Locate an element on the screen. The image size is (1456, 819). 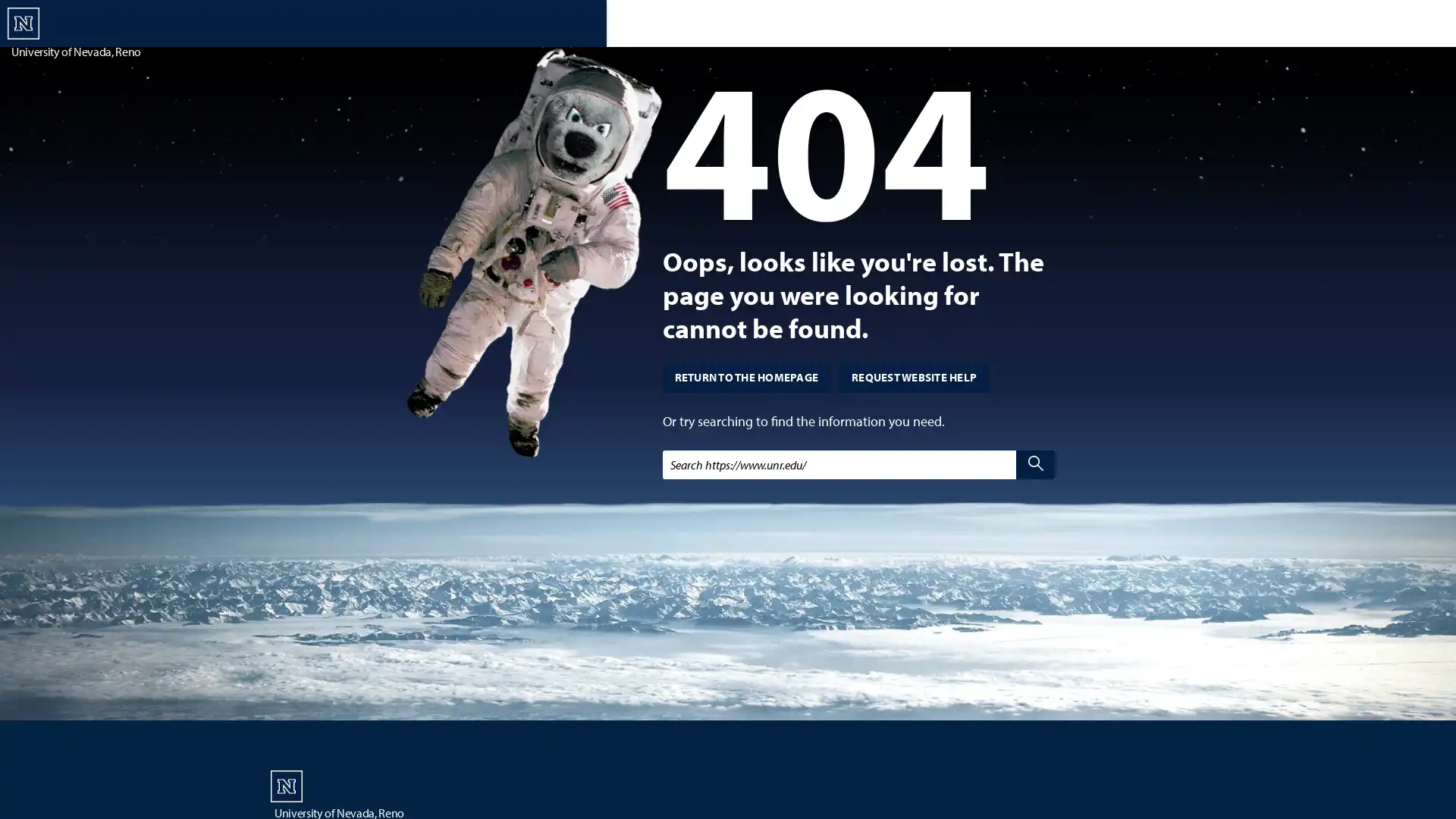
search is located at coordinates (1035, 463).